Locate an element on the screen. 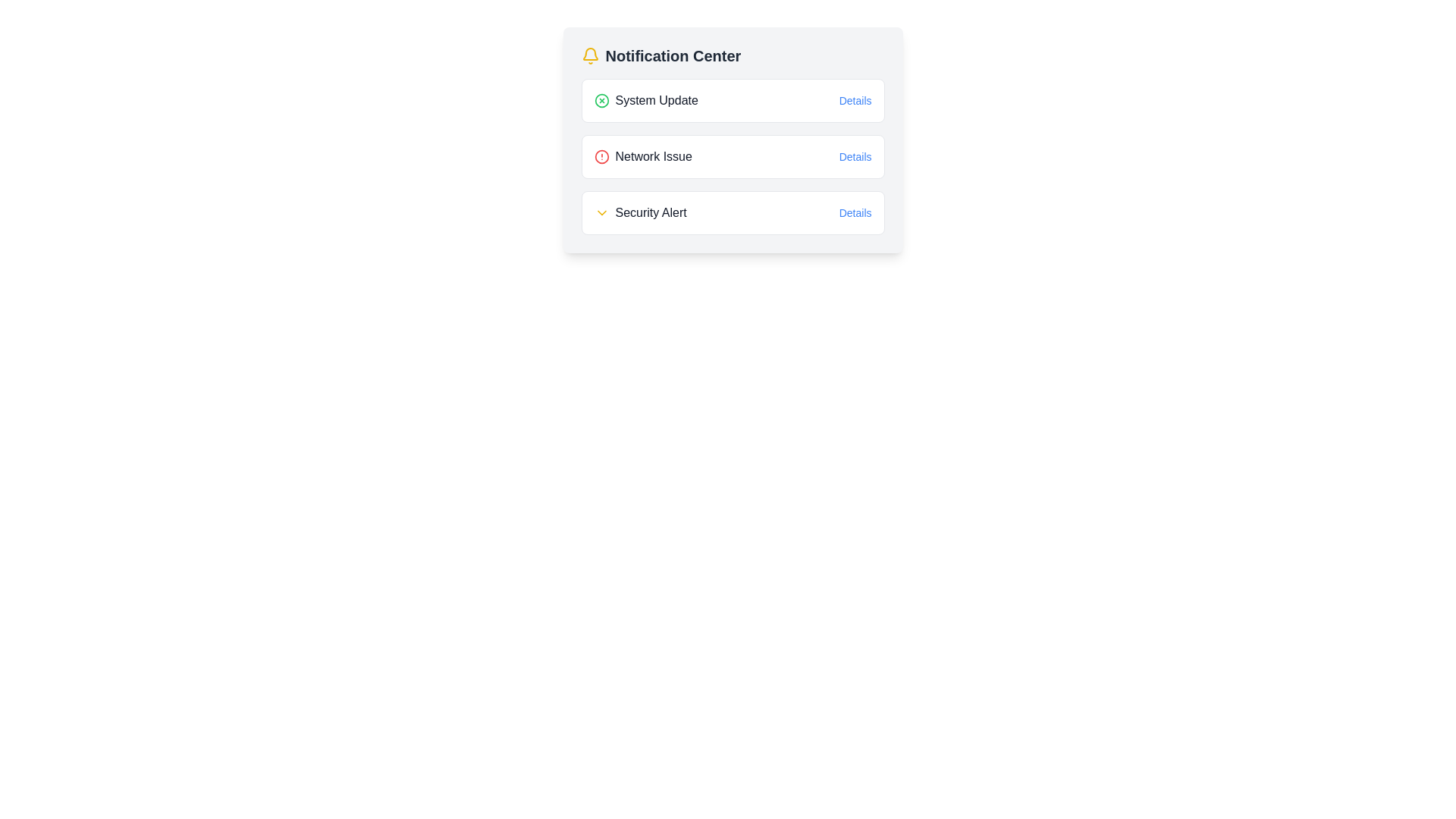  the 'Security Alert' text label, which is the third item in the vertically stacked list of notifications in the Notification Center, located near the 'Details' label and an icon is located at coordinates (651, 213).